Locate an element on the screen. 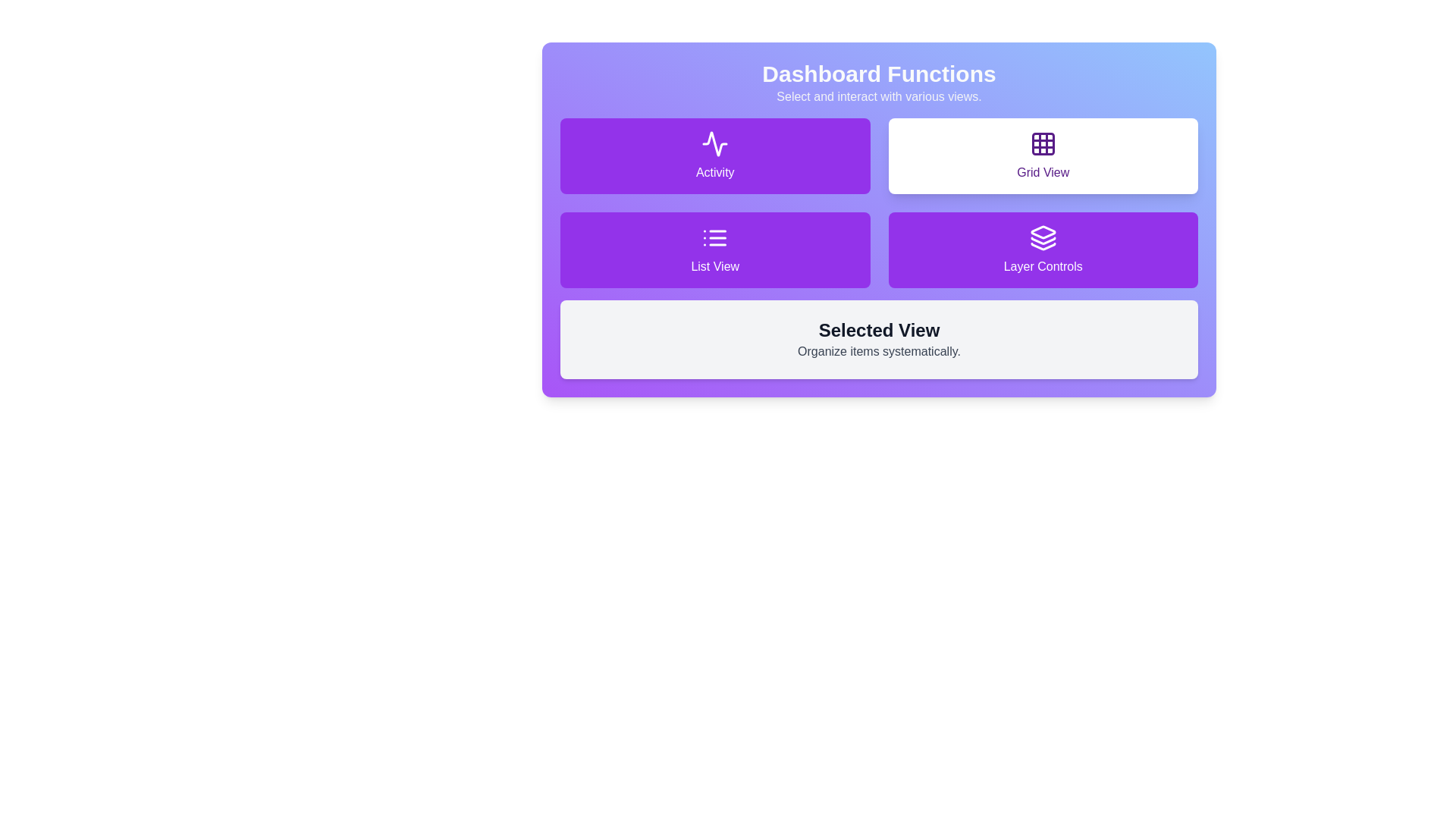 The width and height of the screenshot is (1456, 819). the purple button labeled 'Layer Controls' with a white icon of stacked layers is located at coordinates (1042, 249).